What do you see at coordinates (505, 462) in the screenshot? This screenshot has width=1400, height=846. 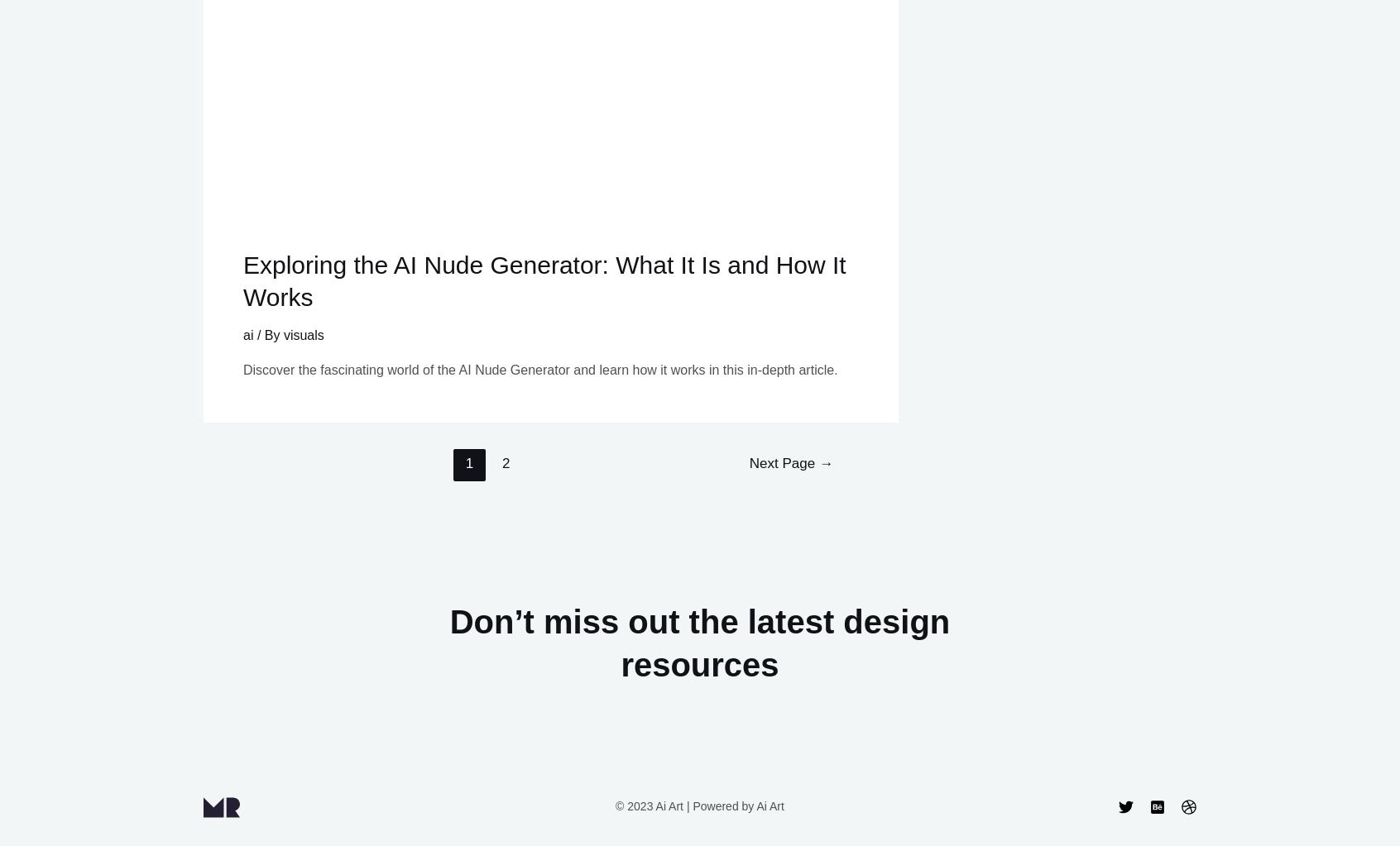 I see `'2'` at bounding box center [505, 462].